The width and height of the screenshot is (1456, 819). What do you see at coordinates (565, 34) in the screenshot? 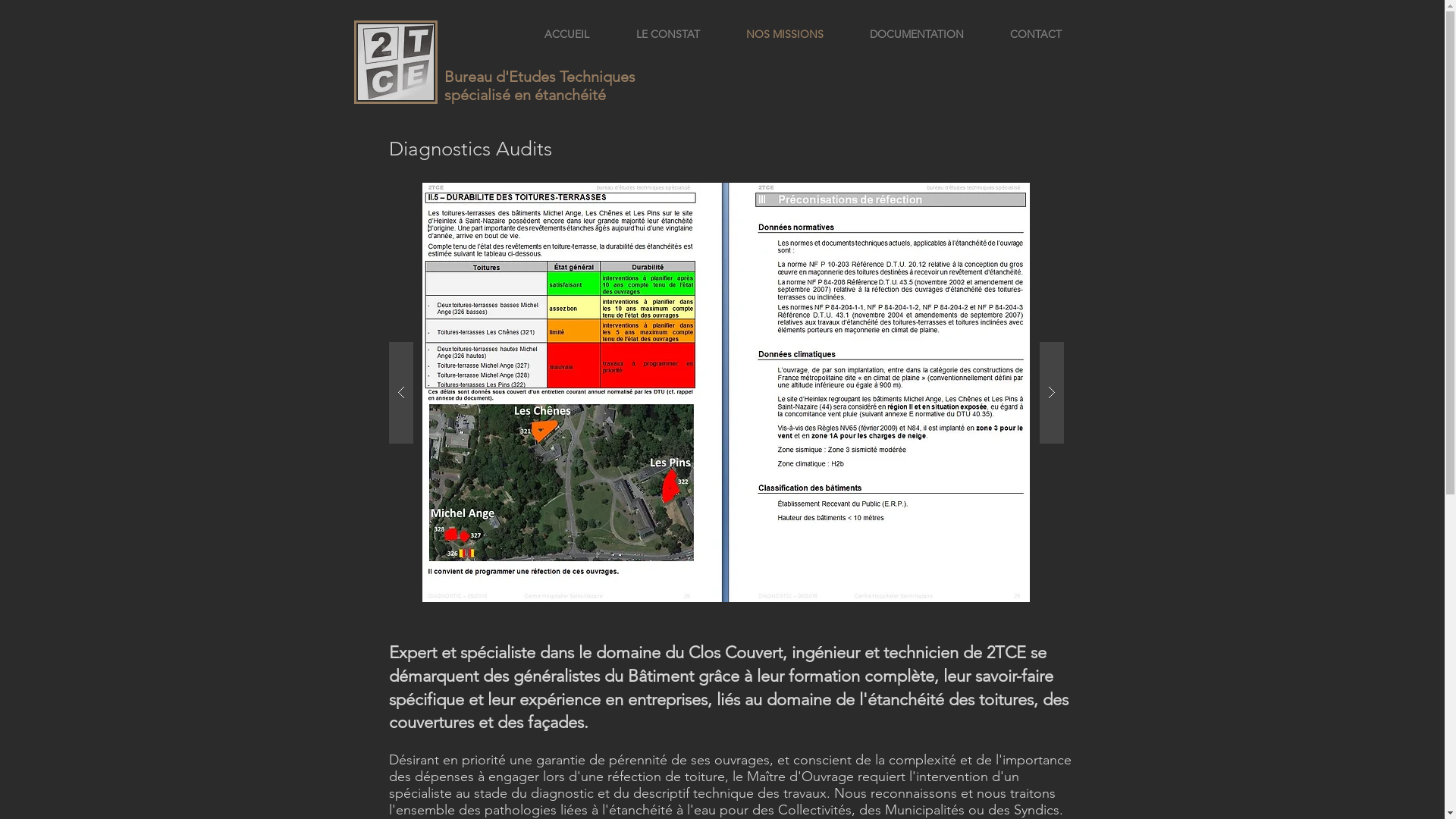
I see `'ACCUEIL'` at bounding box center [565, 34].